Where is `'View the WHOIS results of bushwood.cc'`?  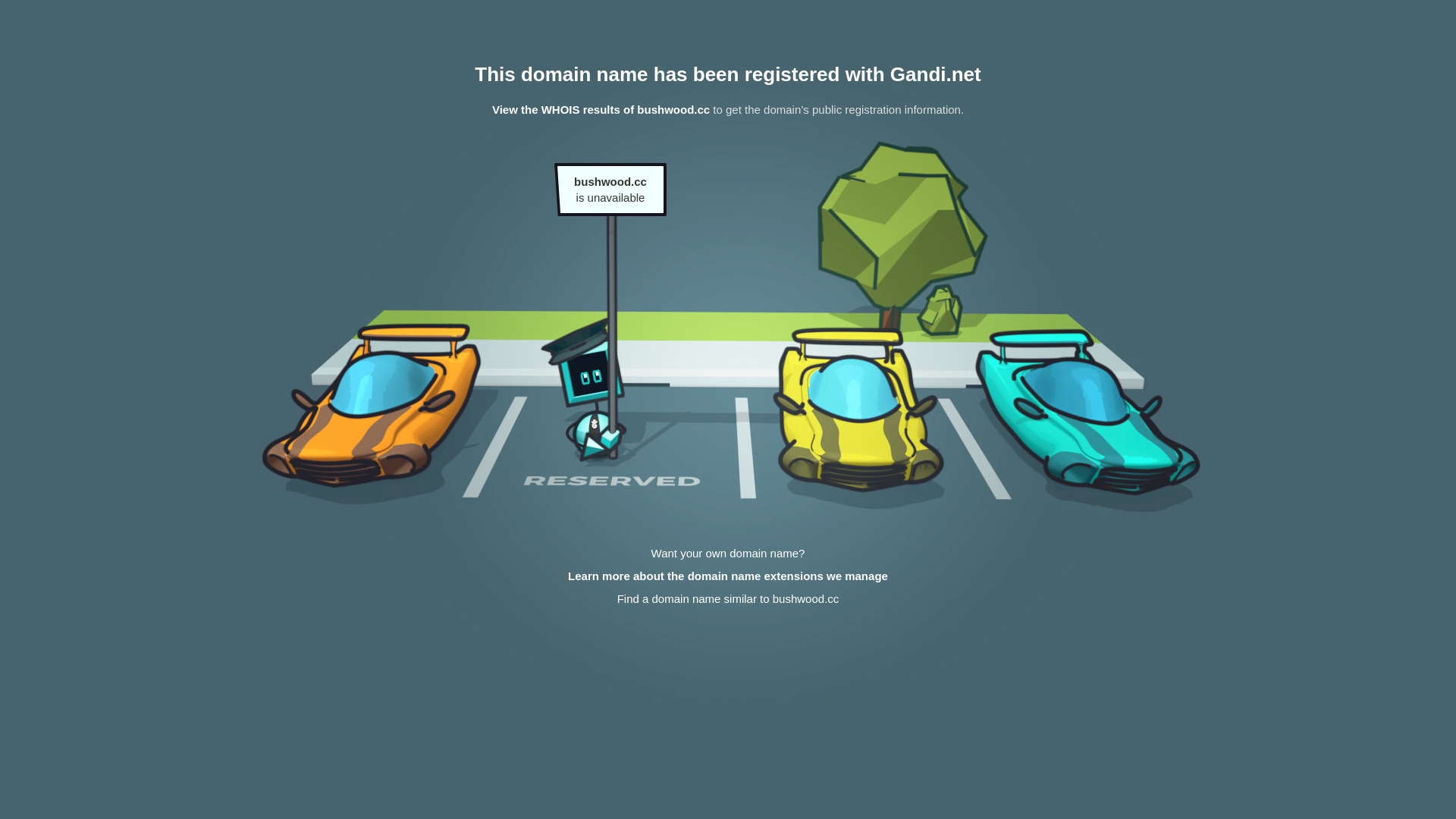
'View the WHOIS results of bushwood.cc' is located at coordinates (600, 108).